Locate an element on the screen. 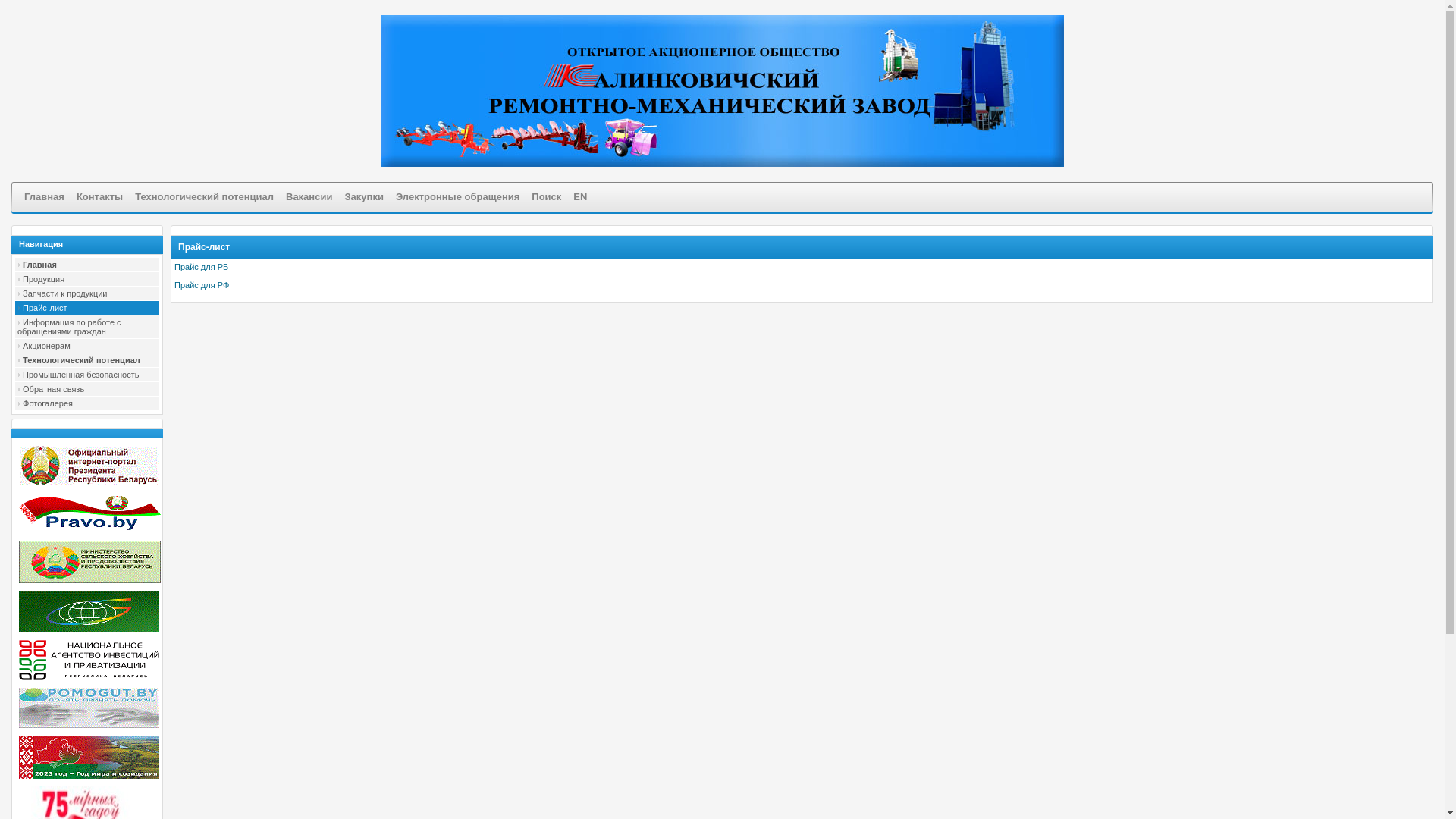 The height and width of the screenshot is (819, 1456). 'EN' is located at coordinates (579, 196).